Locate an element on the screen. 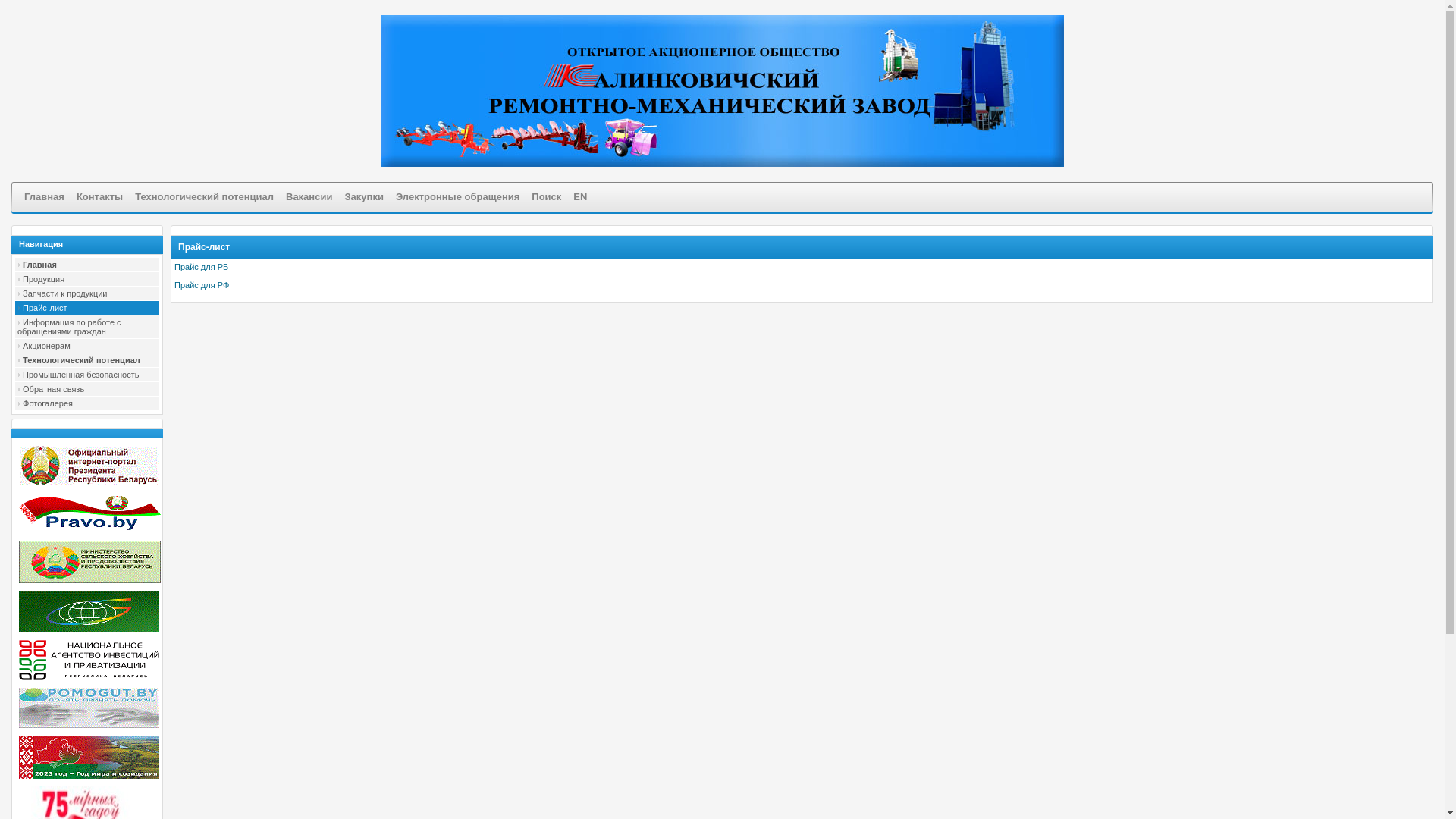 The height and width of the screenshot is (819, 1456). 'EN' is located at coordinates (579, 196).